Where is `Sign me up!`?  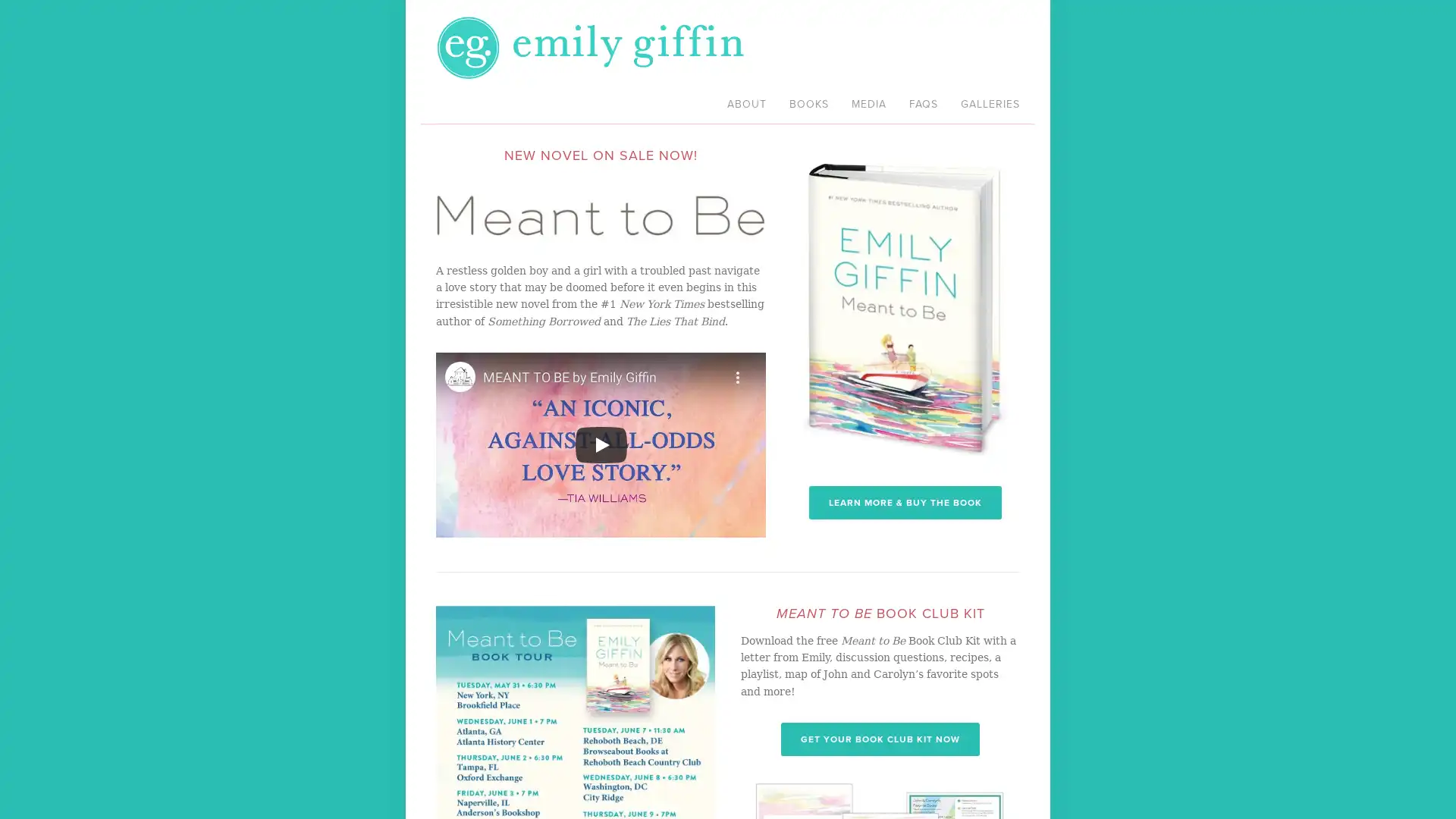 Sign me up! is located at coordinates (850, 429).